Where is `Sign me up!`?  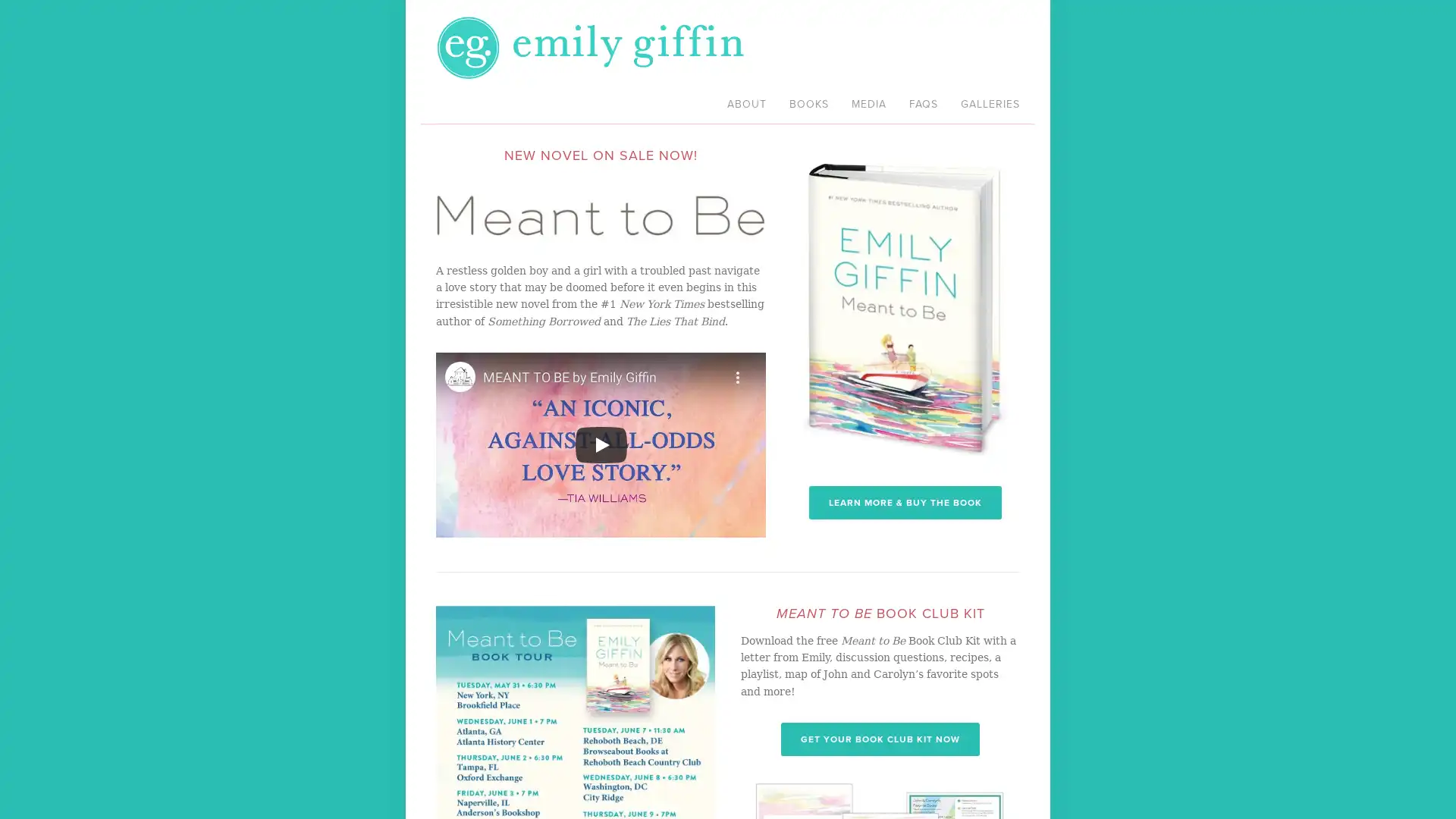 Sign me up! is located at coordinates (850, 429).